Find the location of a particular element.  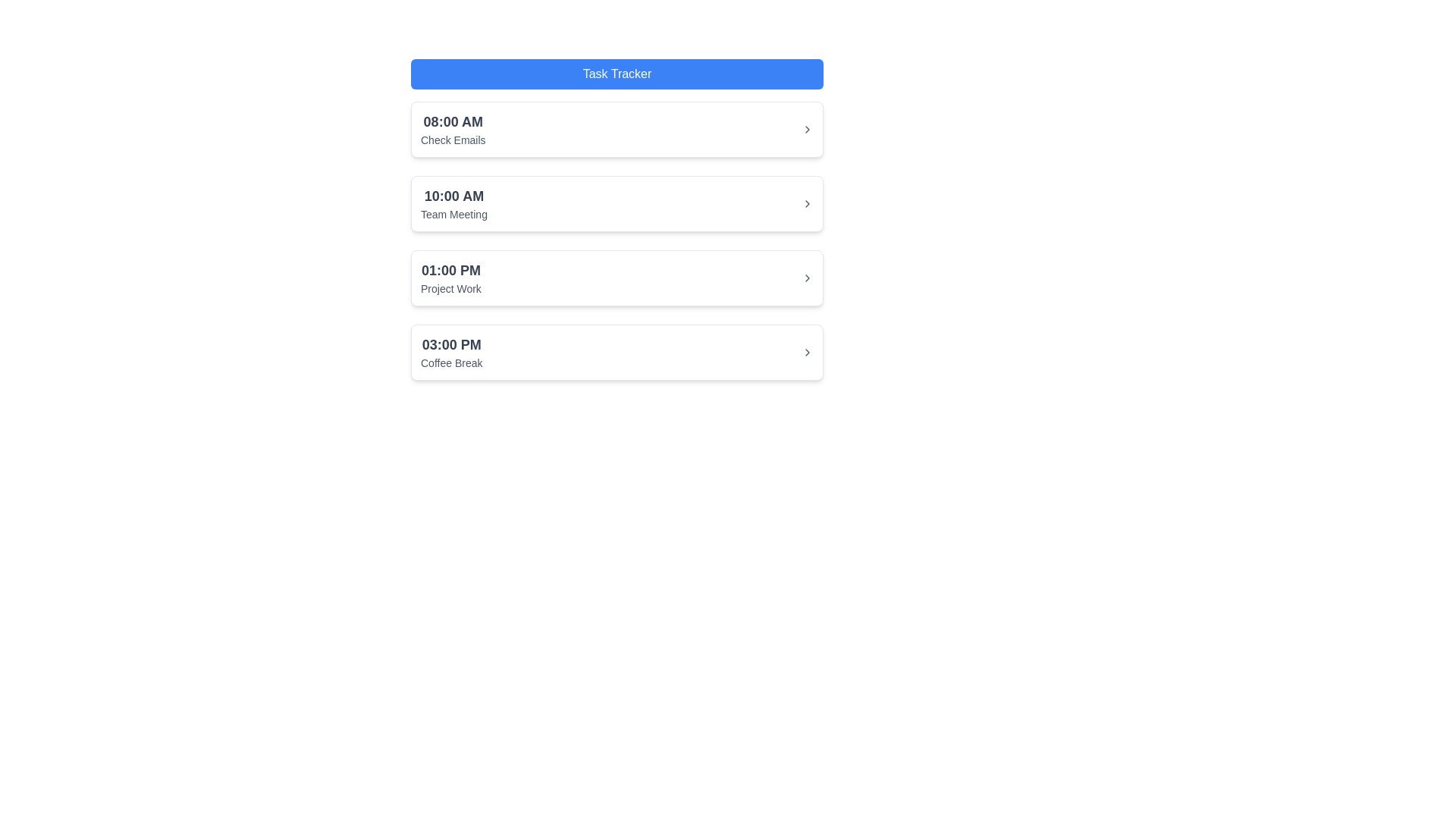

the right-pointing gray chevron icon for the task entry labeled '08:00 AM Check Emails' is located at coordinates (807, 128).